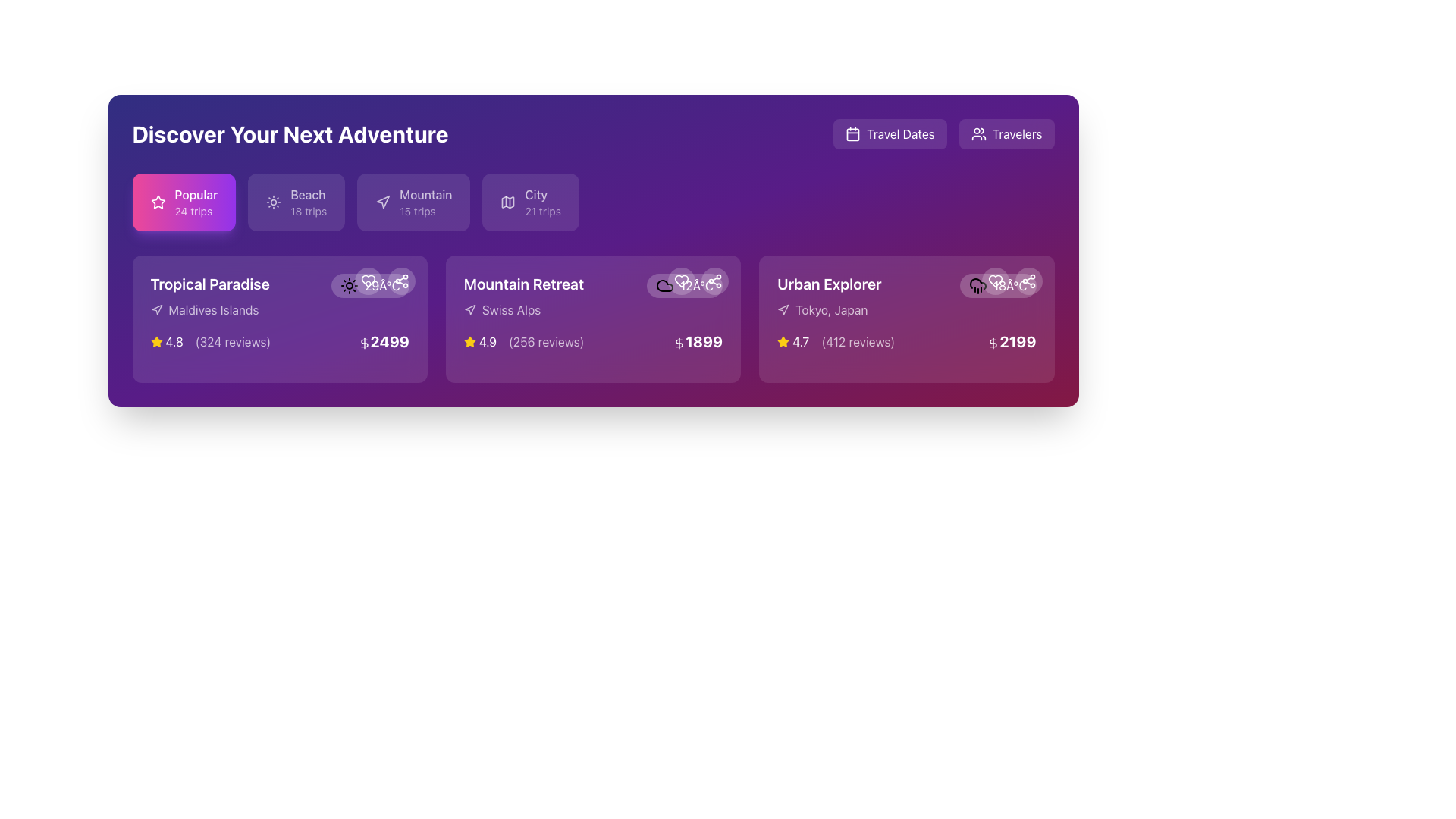  I want to click on text 'Maldives Islands' styled in semi-transparent white color, which is accompanied by a navigation arrow icon to its left, located beneath the title 'Tropical Paradise' in the first card of the 'Discover Your Next Adventure' section, so click(209, 309).